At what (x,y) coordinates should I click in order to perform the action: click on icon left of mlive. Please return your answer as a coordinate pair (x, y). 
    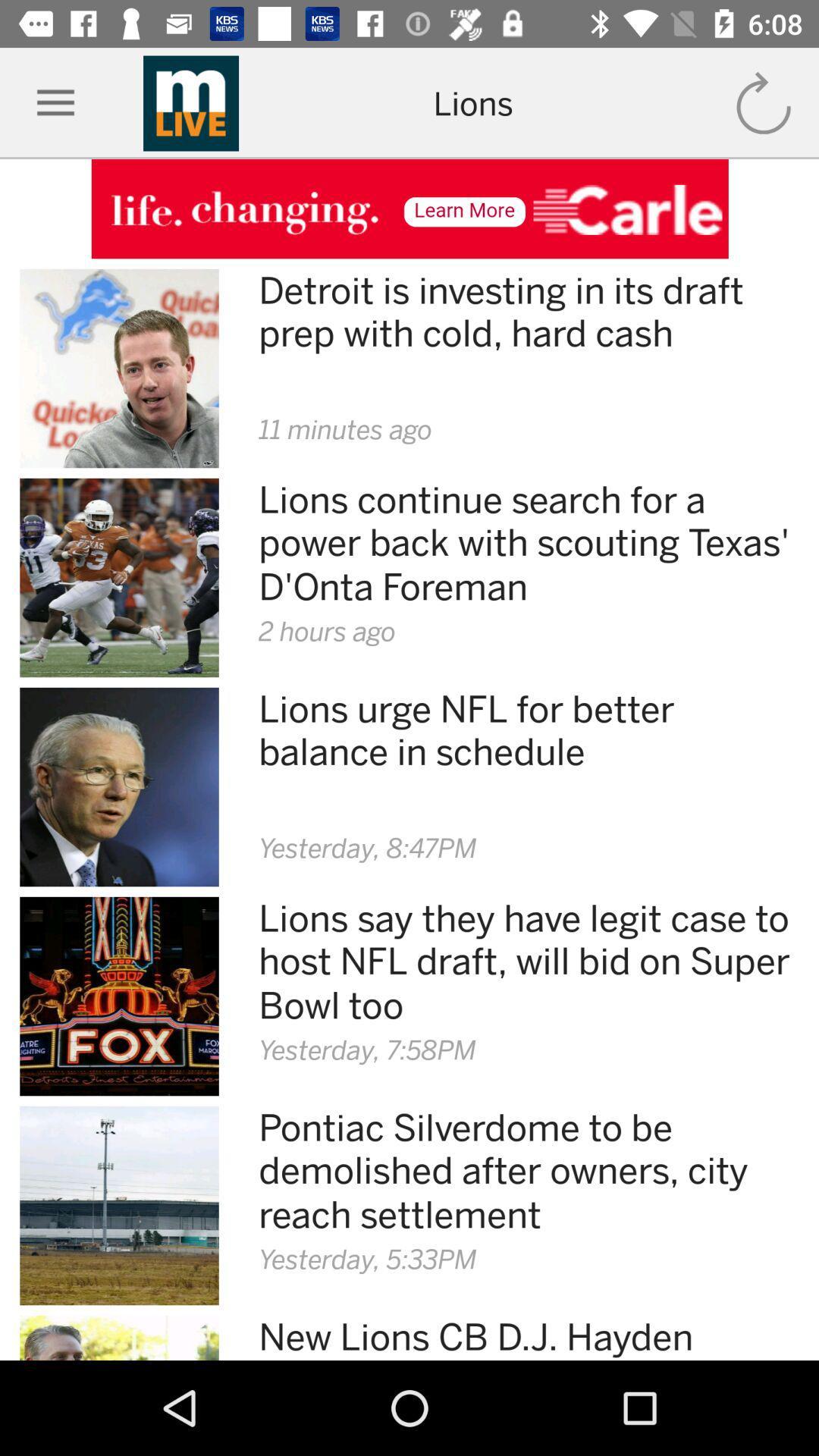
    Looking at the image, I should click on (55, 102).